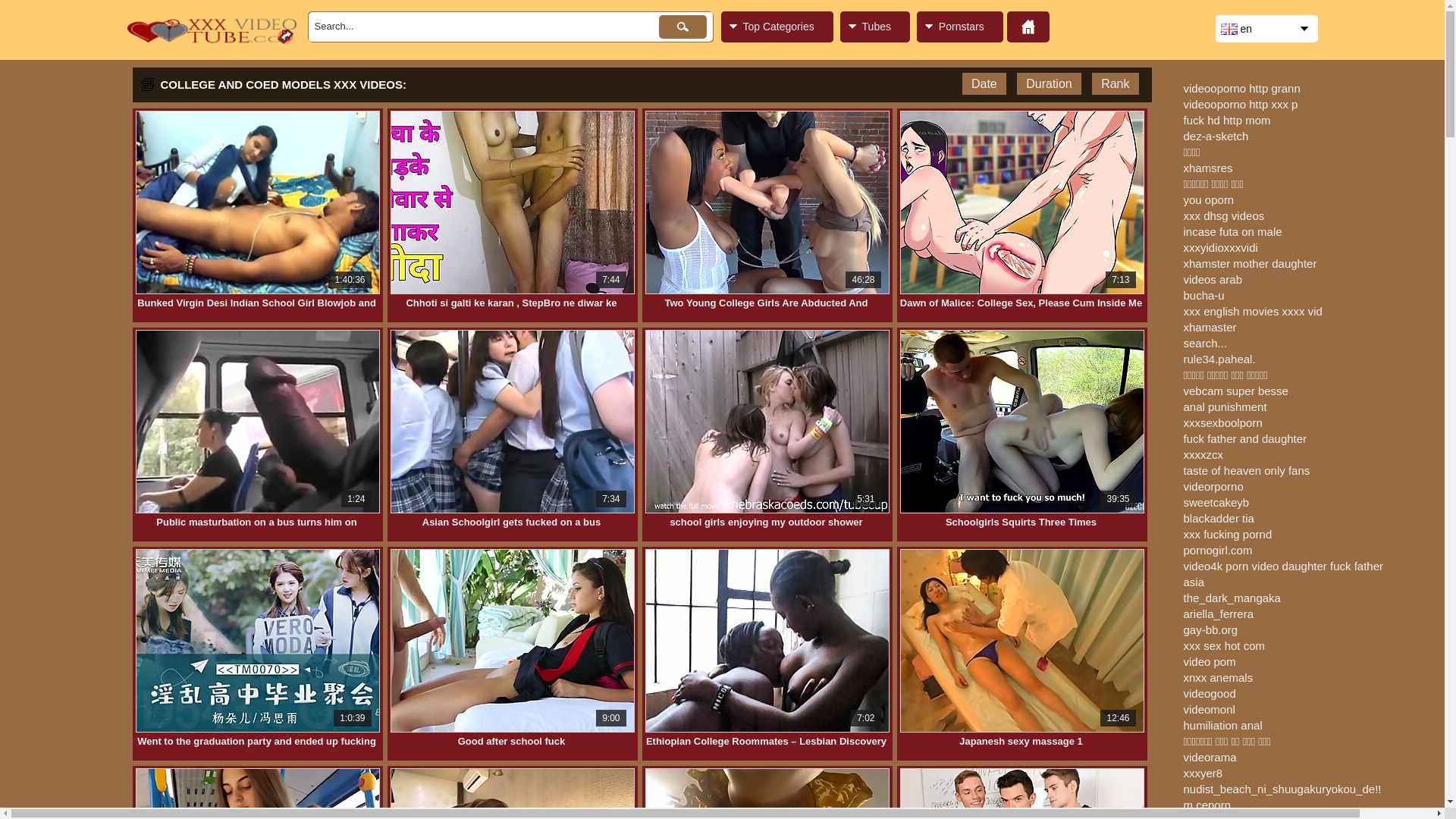  What do you see at coordinates (1227, 533) in the screenshot?
I see `'xxx fucking pornd'` at bounding box center [1227, 533].